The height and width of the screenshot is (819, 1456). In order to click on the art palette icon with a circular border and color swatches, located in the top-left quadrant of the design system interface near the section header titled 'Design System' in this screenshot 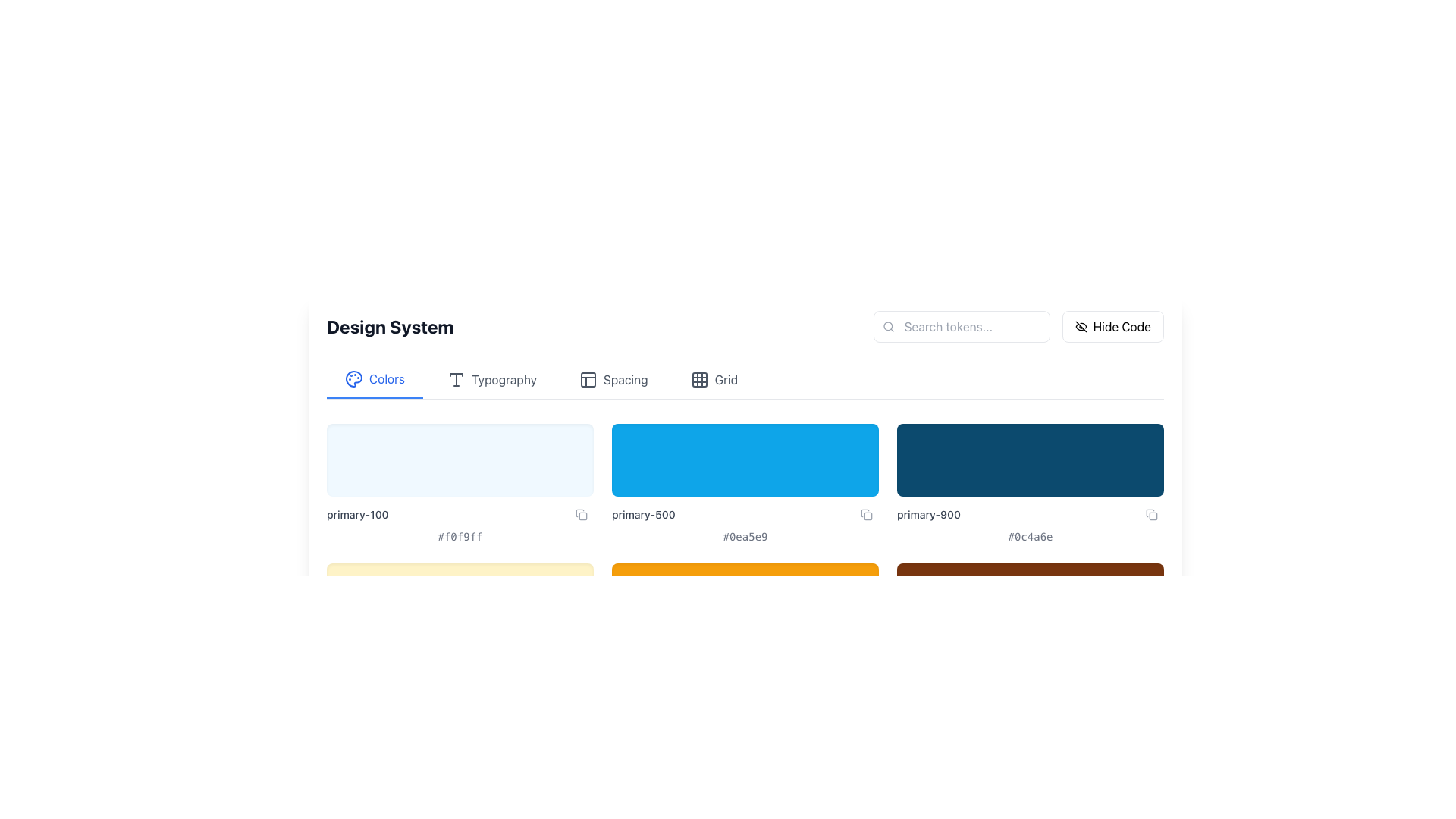, I will do `click(353, 378)`.